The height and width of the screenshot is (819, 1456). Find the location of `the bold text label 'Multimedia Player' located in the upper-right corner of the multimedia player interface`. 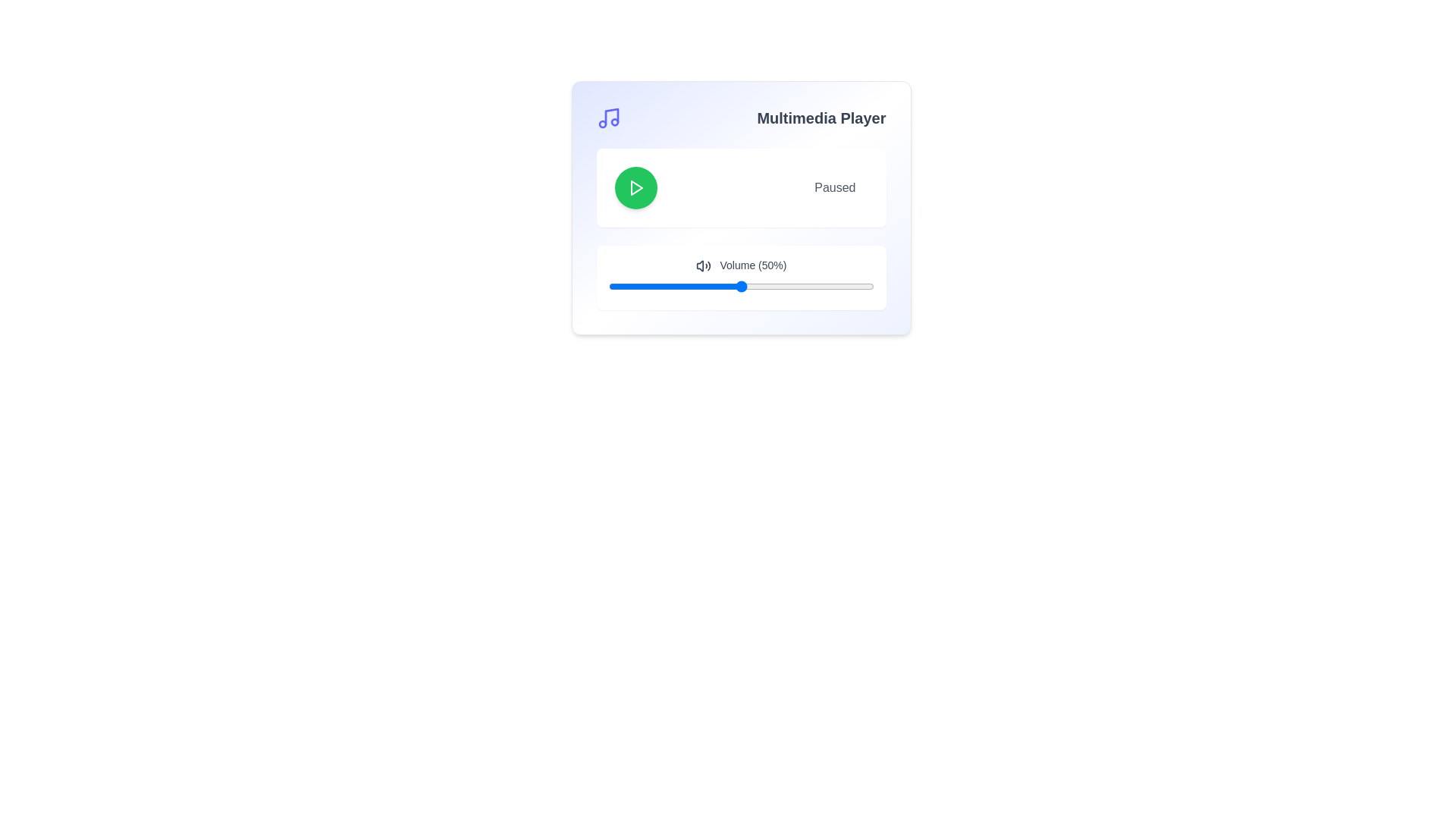

the bold text label 'Multimedia Player' located in the upper-right corner of the multimedia player interface is located at coordinates (821, 117).